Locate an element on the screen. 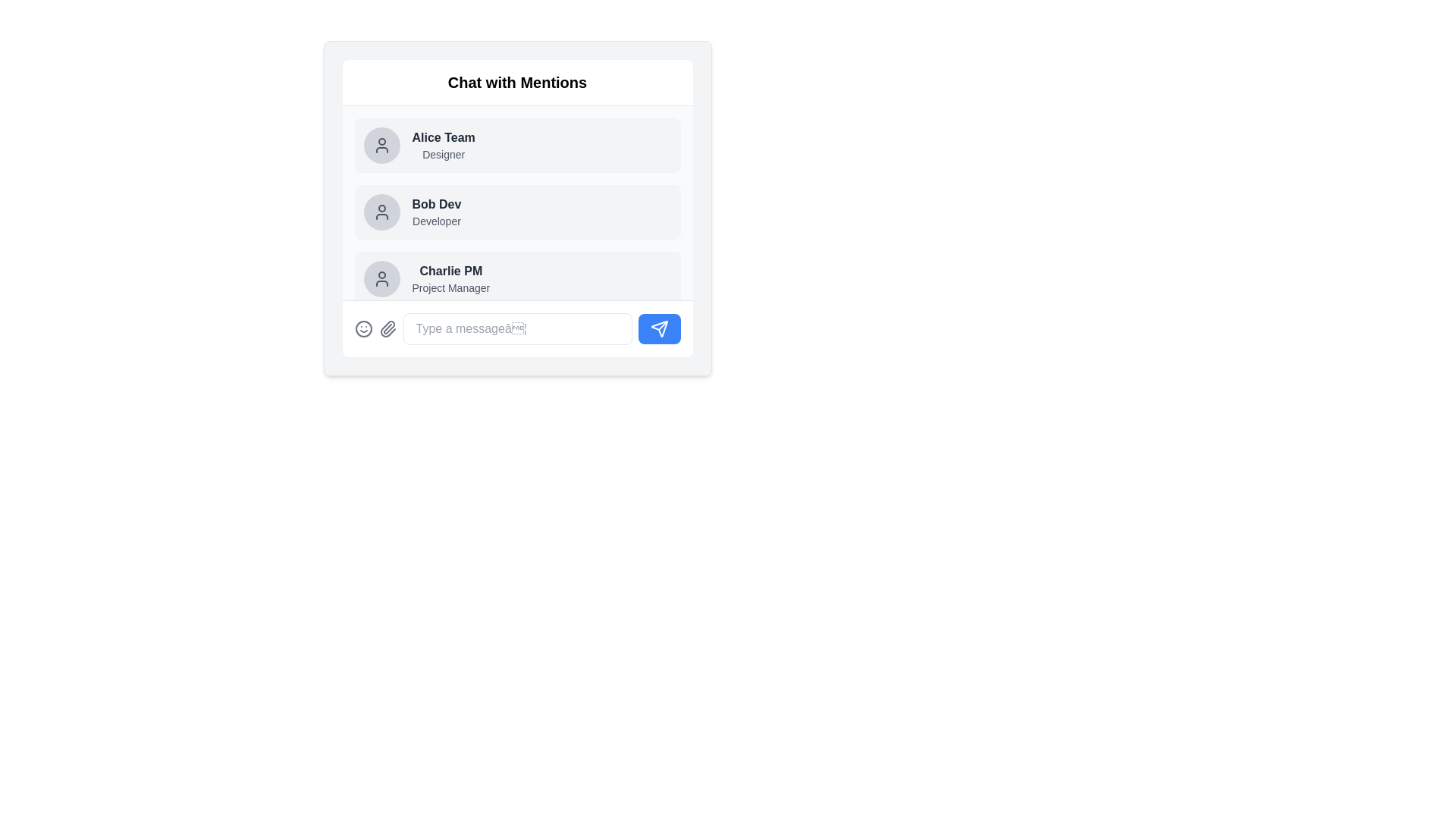 The height and width of the screenshot is (819, 1456). the user profile avatar for 'Charlie PM', which is located in the third item of the 'Chat with Mentions' list, positioned directly to the left of the text 'Charlie PM' and 'Project Manager' is located at coordinates (381, 278).